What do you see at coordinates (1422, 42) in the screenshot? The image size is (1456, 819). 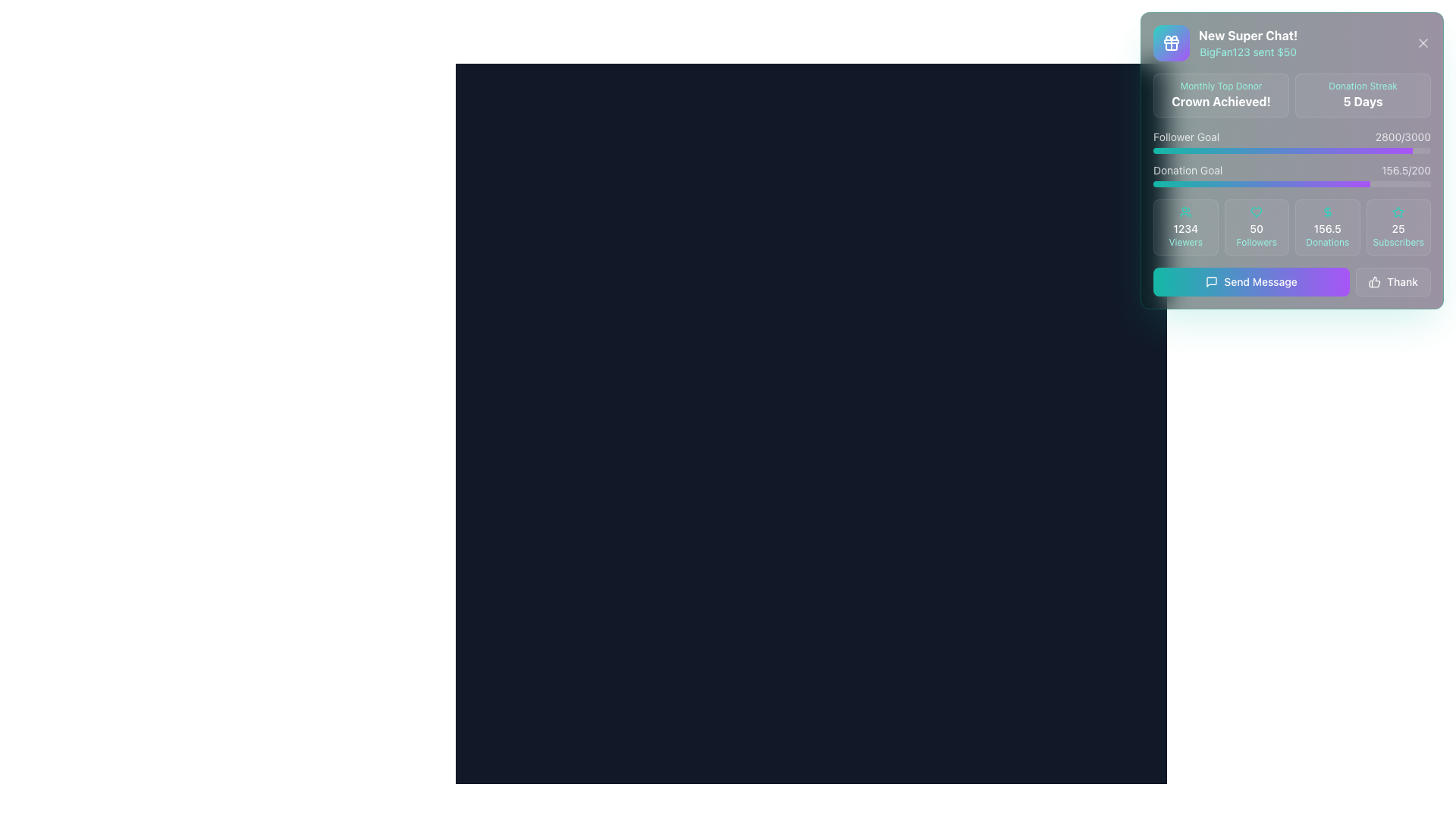 I see `the close icon located in the top-right corner of the floating card interface` at bounding box center [1422, 42].